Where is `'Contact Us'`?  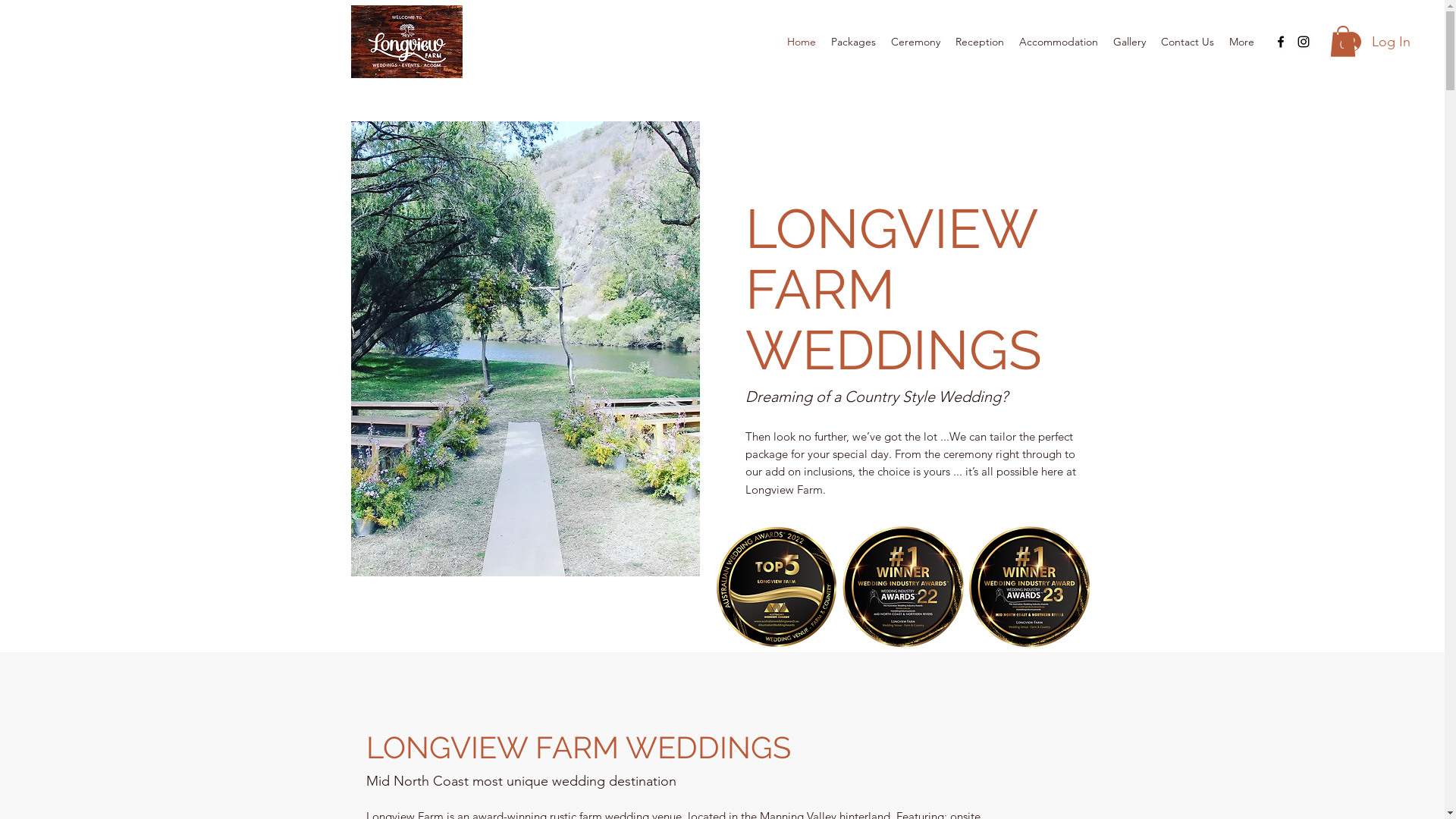
'Contact Us' is located at coordinates (1186, 40).